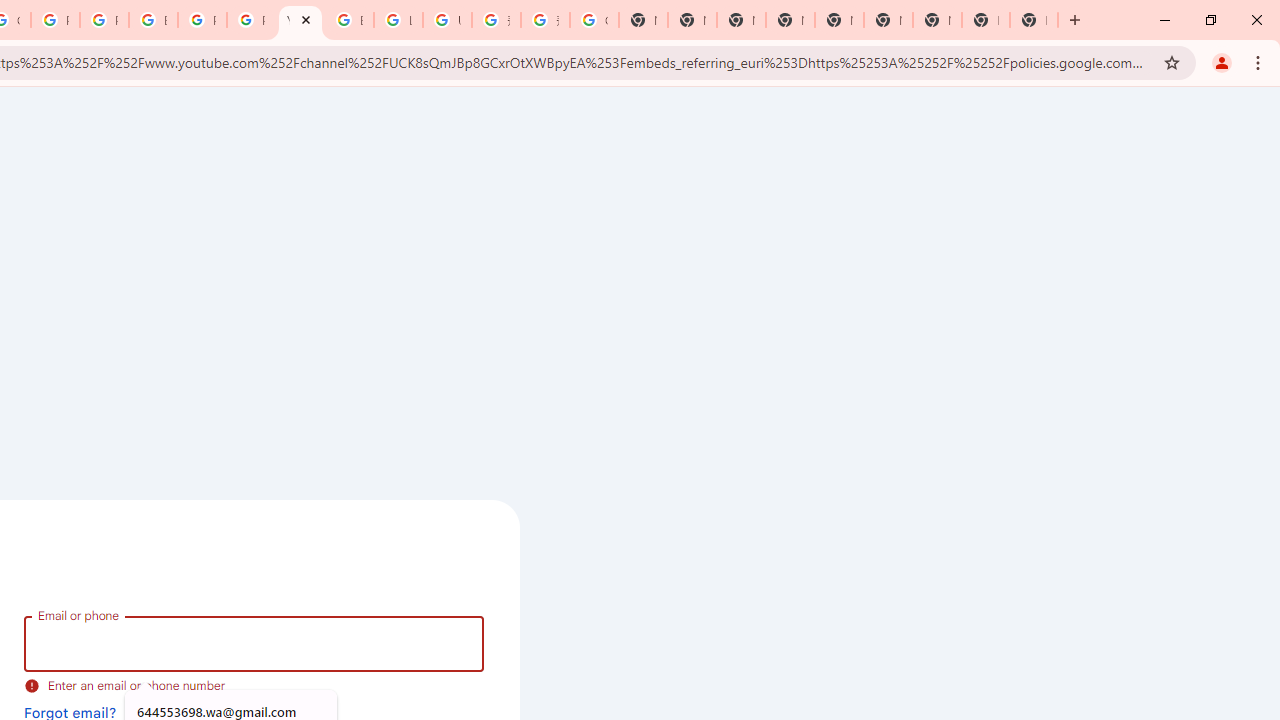 The image size is (1280, 720). Describe the element at coordinates (1034, 20) in the screenshot. I see `'New Tab'` at that location.